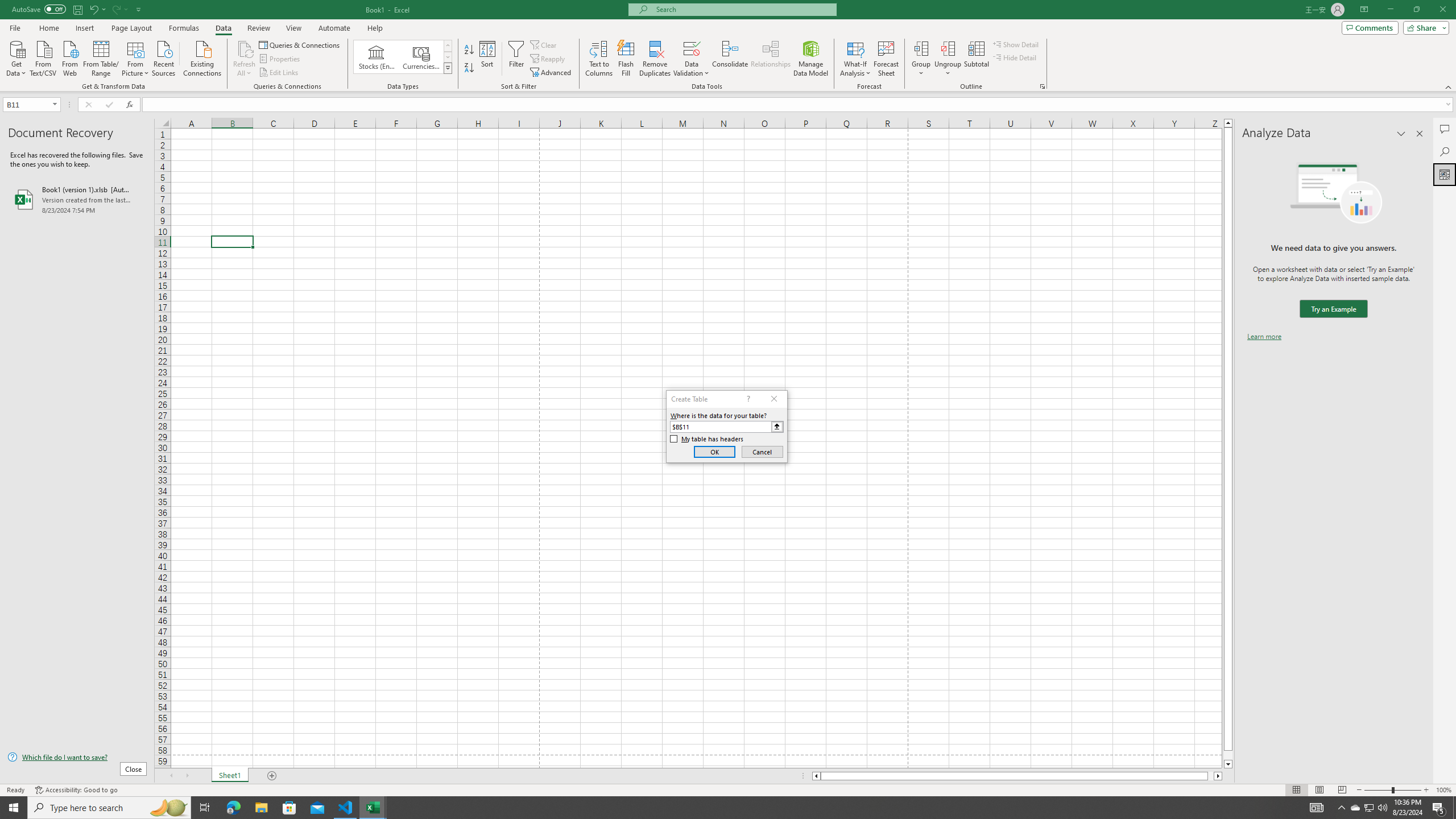 This screenshot has height=819, width=1456. I want to click on 'Book1 (version 1).xlsb  [AutoRecovered]', so click(76, 198).